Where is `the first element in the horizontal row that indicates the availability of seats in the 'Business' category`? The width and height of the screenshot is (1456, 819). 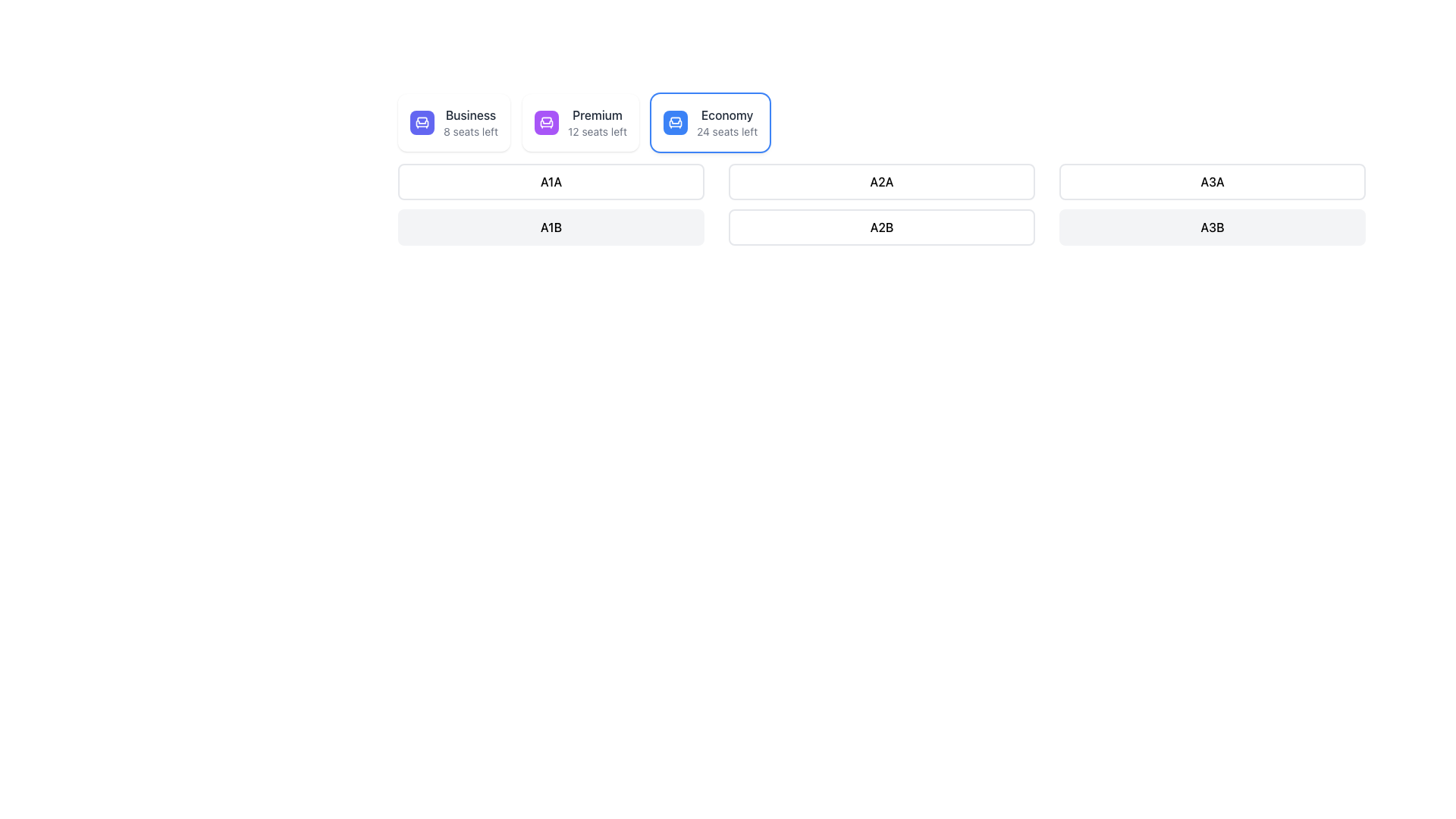 the first element in the horizontal row that indicates the availability of seats in the 'Business' category is located at coordinates (453, 122).